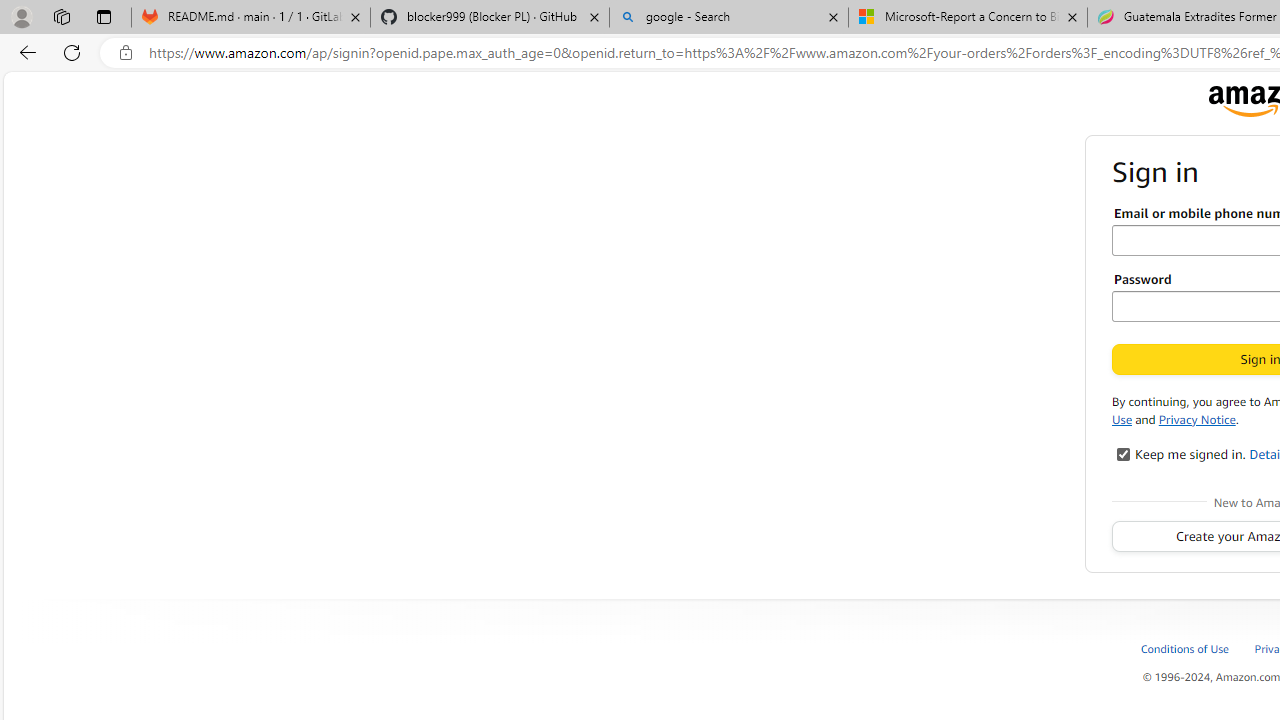 This screenshot has height=720, width=1280. I want to click on 'Conditions of Use ', so click(1185, 648).